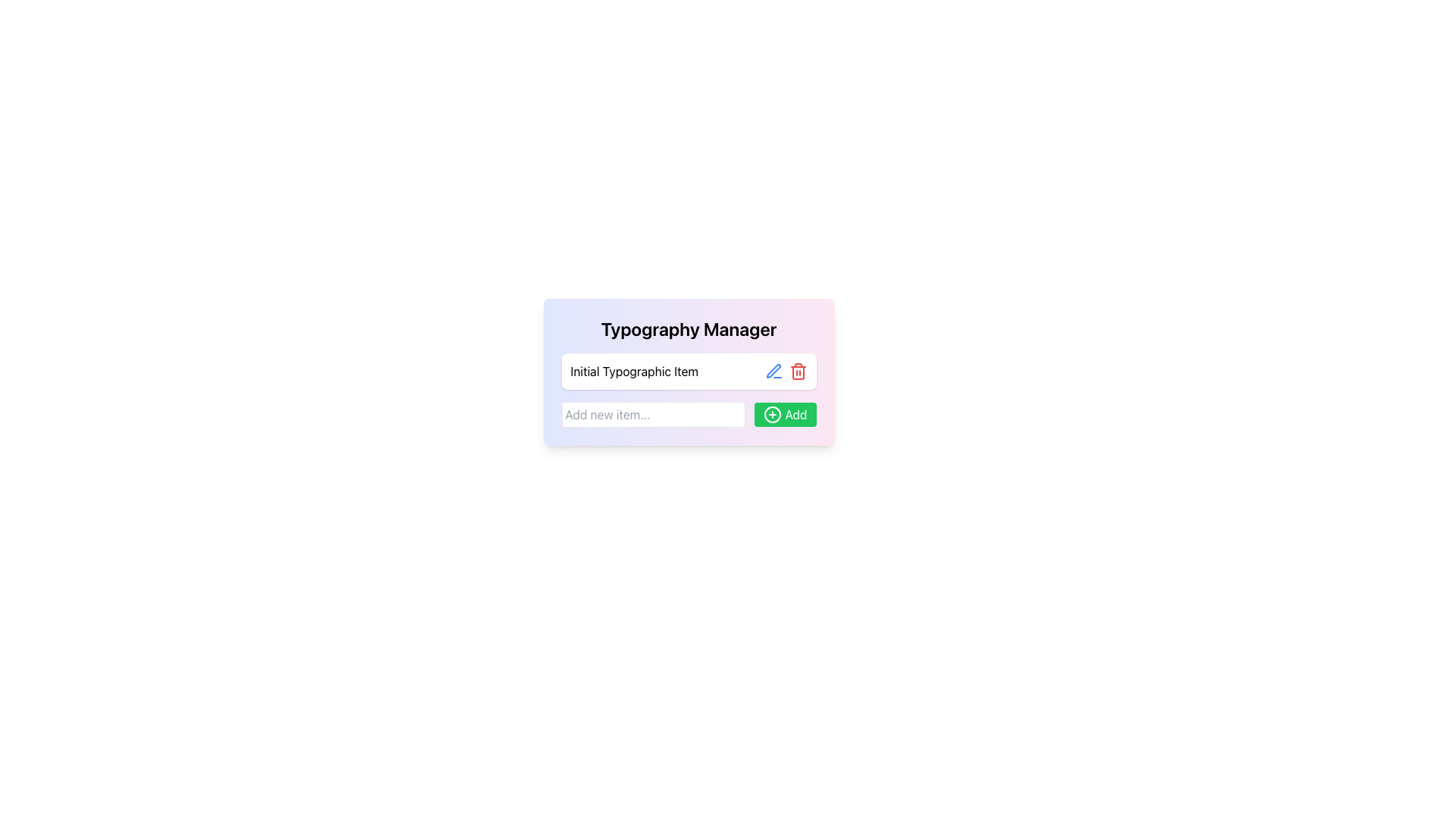 The width and height of the screenshot is (1456, 819). Describe the element at coordinates (688, 328) in the screenshot. I see `the text heading element labeled 'Typography Manager' at the top of the panel, which indicates the content category within the card` at that location.